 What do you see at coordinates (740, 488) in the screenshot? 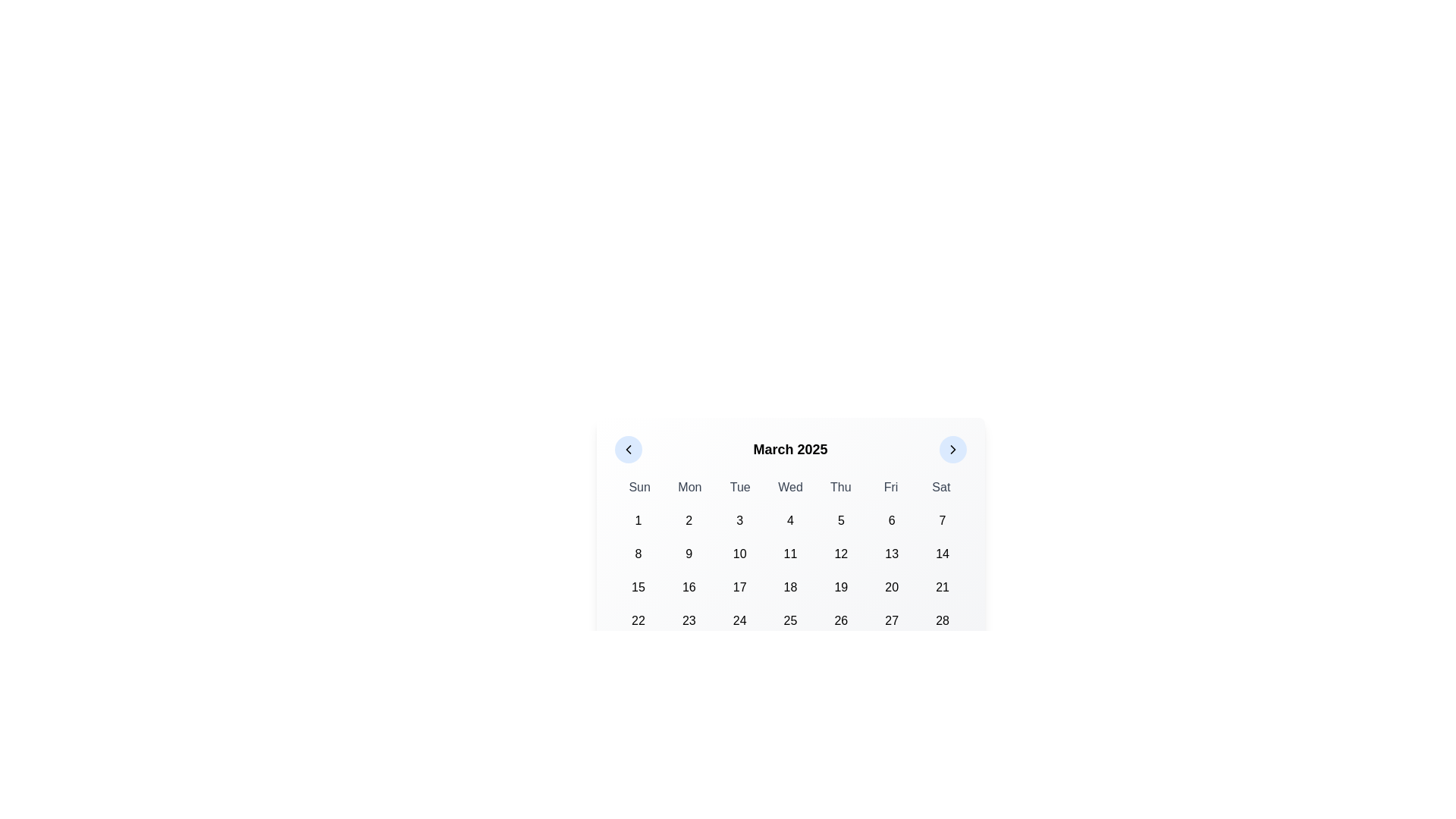
I see `the text label displaying 'Tue', which is the third item in a horizontal sequence of day abbreviations within a compact calendar interface` at bounding box center [740, 488].